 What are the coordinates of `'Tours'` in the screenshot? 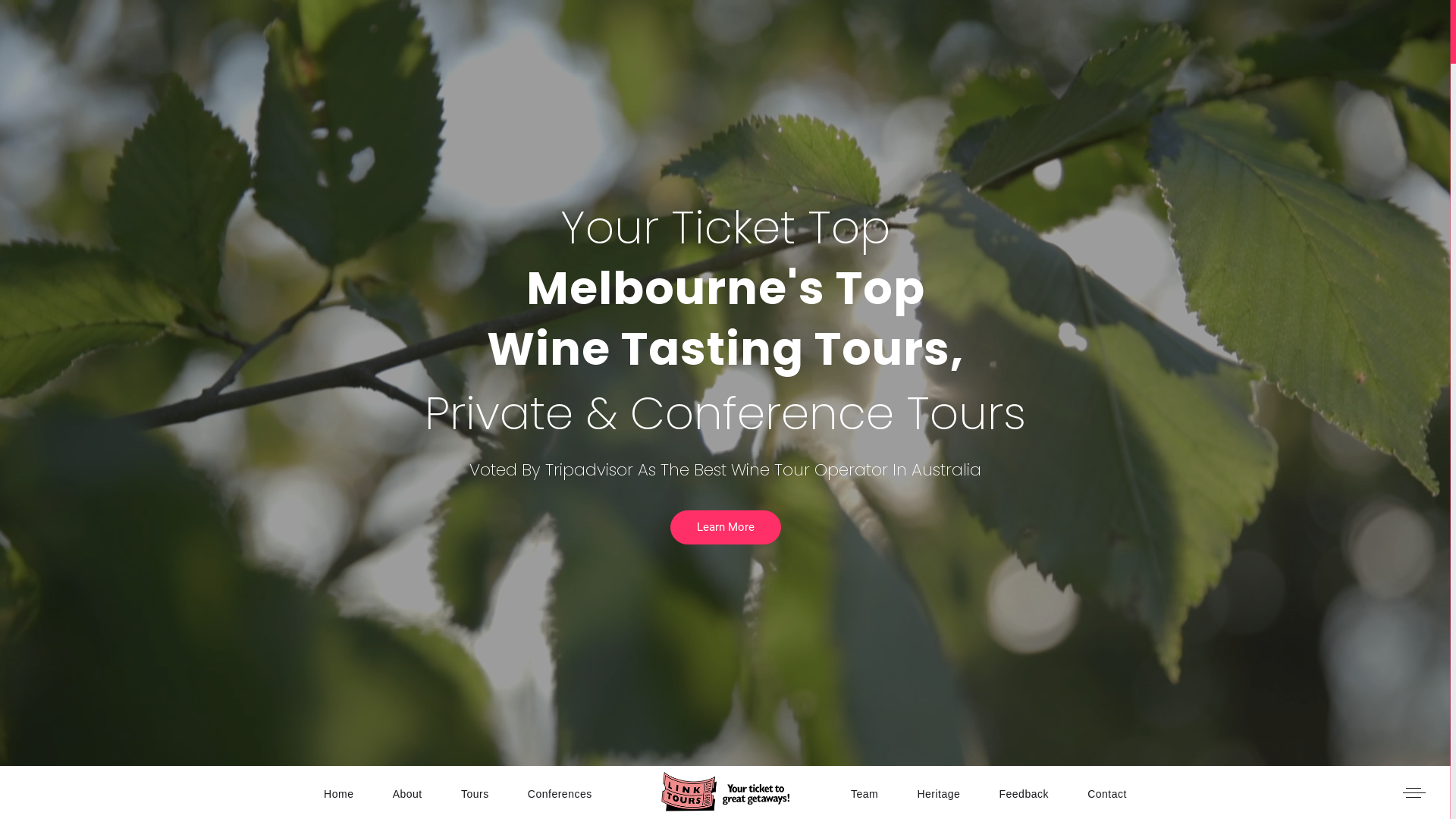 It's located at (460, 792).